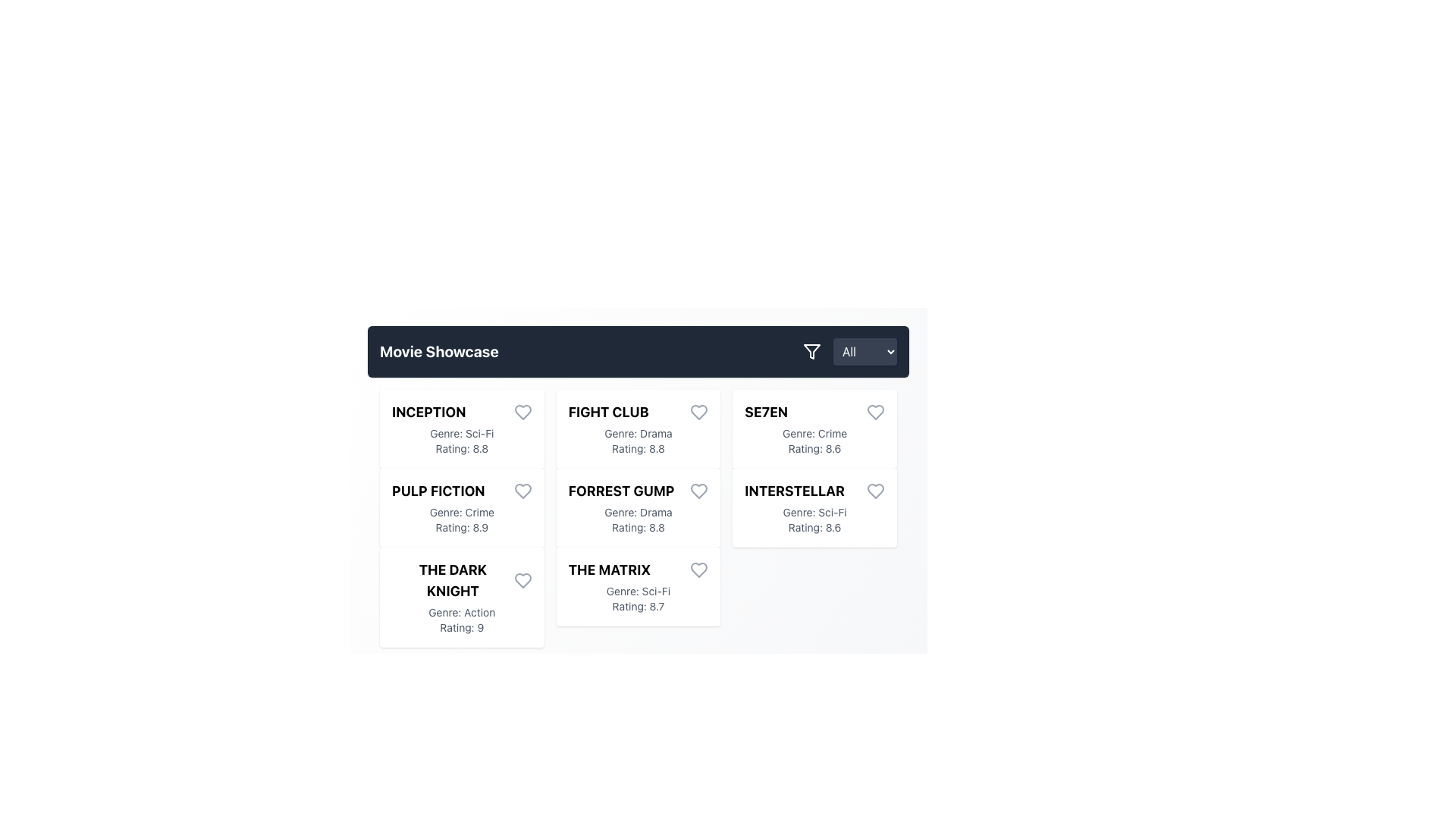  What do you see at coordinates (638, 412) in the screenshot?
I see `the movie title label located in the second column, first row of the movie cards under the 'Movie Showcase' section` at bounding box center [638, 412].